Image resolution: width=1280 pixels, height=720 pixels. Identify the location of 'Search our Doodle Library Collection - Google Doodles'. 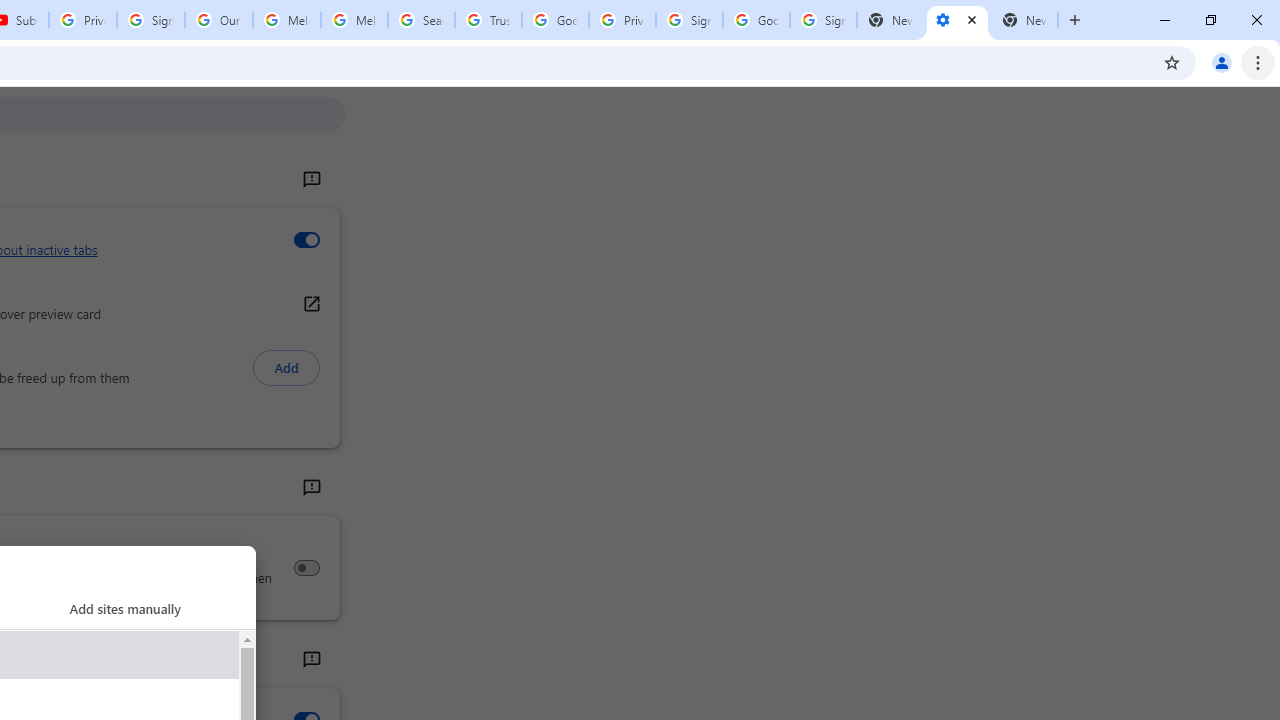
(420, 20).